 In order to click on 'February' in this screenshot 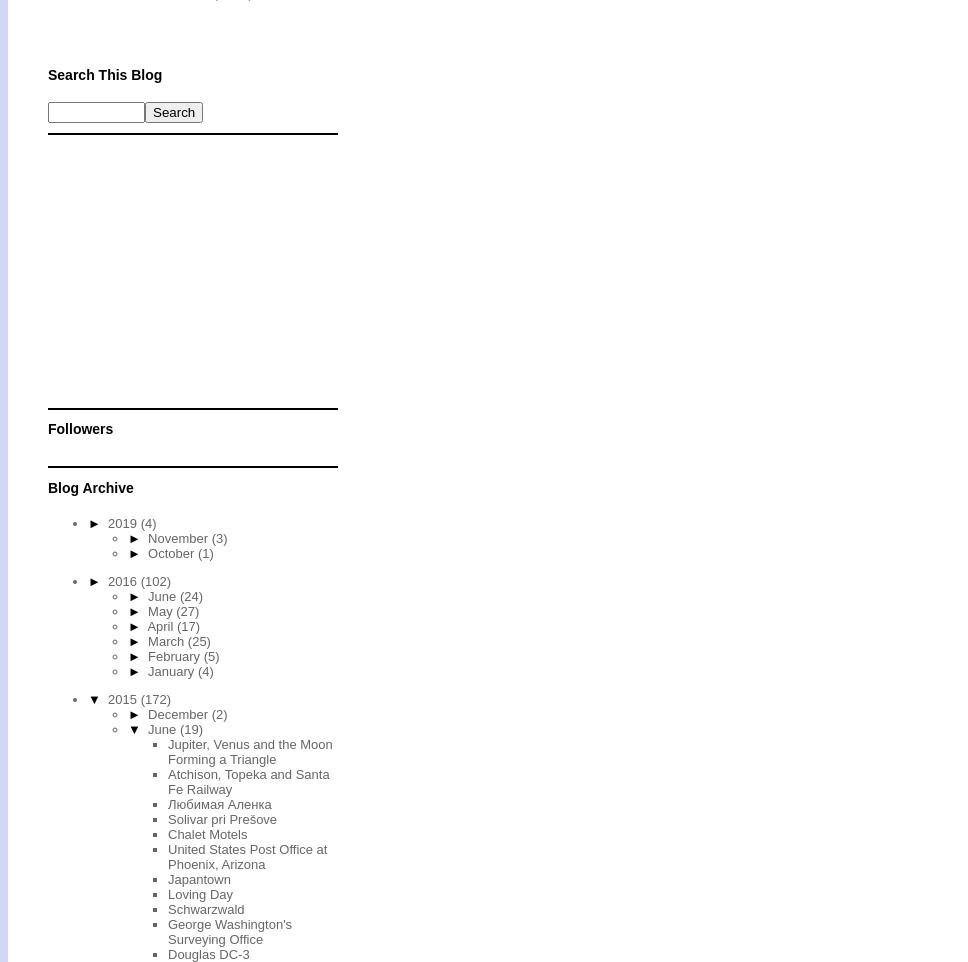, I will do `click(175, 655)`.